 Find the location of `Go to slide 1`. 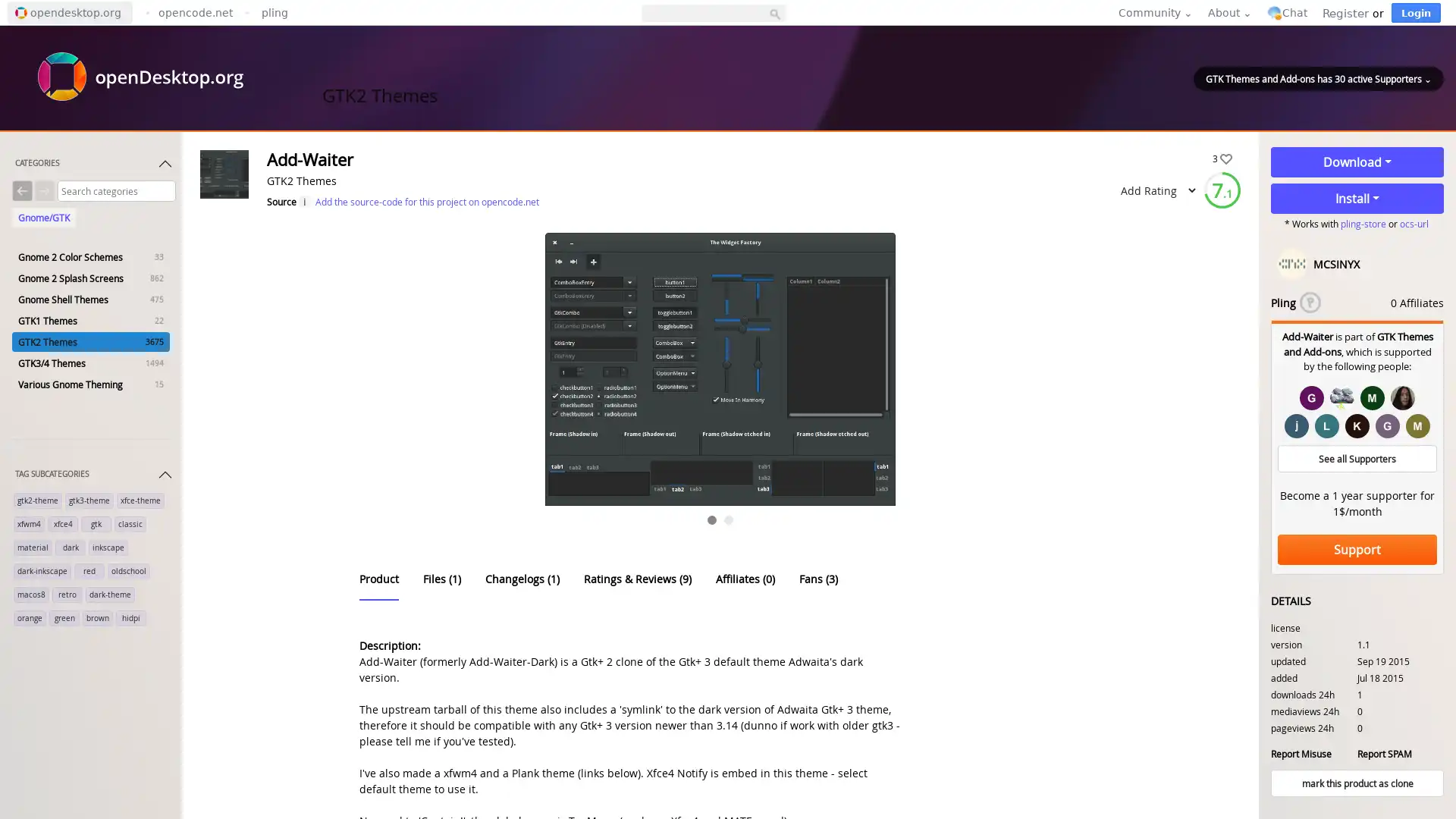

Go to slide 1 is located at coordinates (711, 519).